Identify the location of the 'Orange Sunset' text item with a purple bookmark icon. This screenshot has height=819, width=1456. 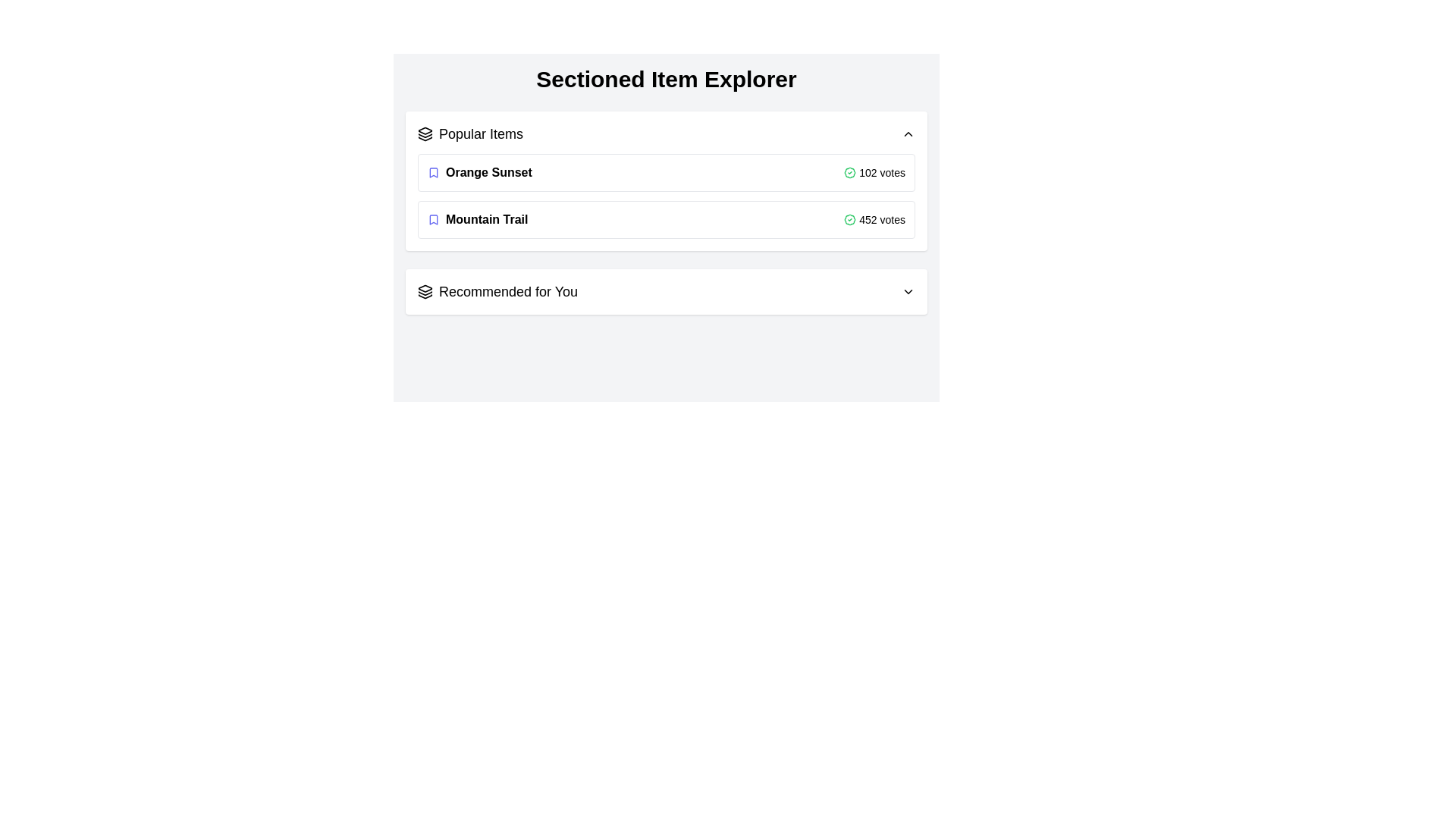
(479, 171).